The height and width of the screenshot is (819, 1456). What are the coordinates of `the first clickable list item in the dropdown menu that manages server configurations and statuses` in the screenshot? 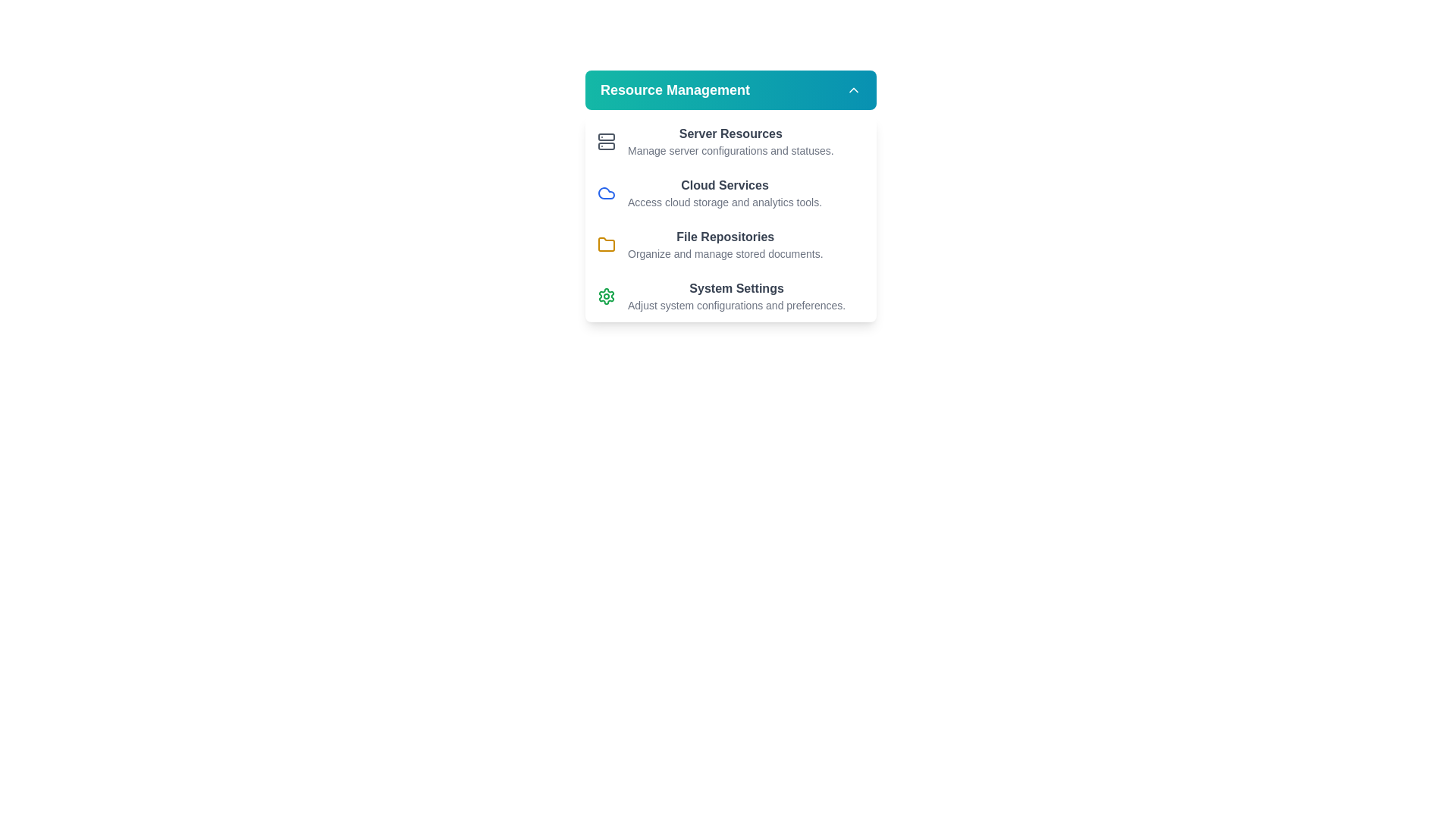 It's located at (731, 141).